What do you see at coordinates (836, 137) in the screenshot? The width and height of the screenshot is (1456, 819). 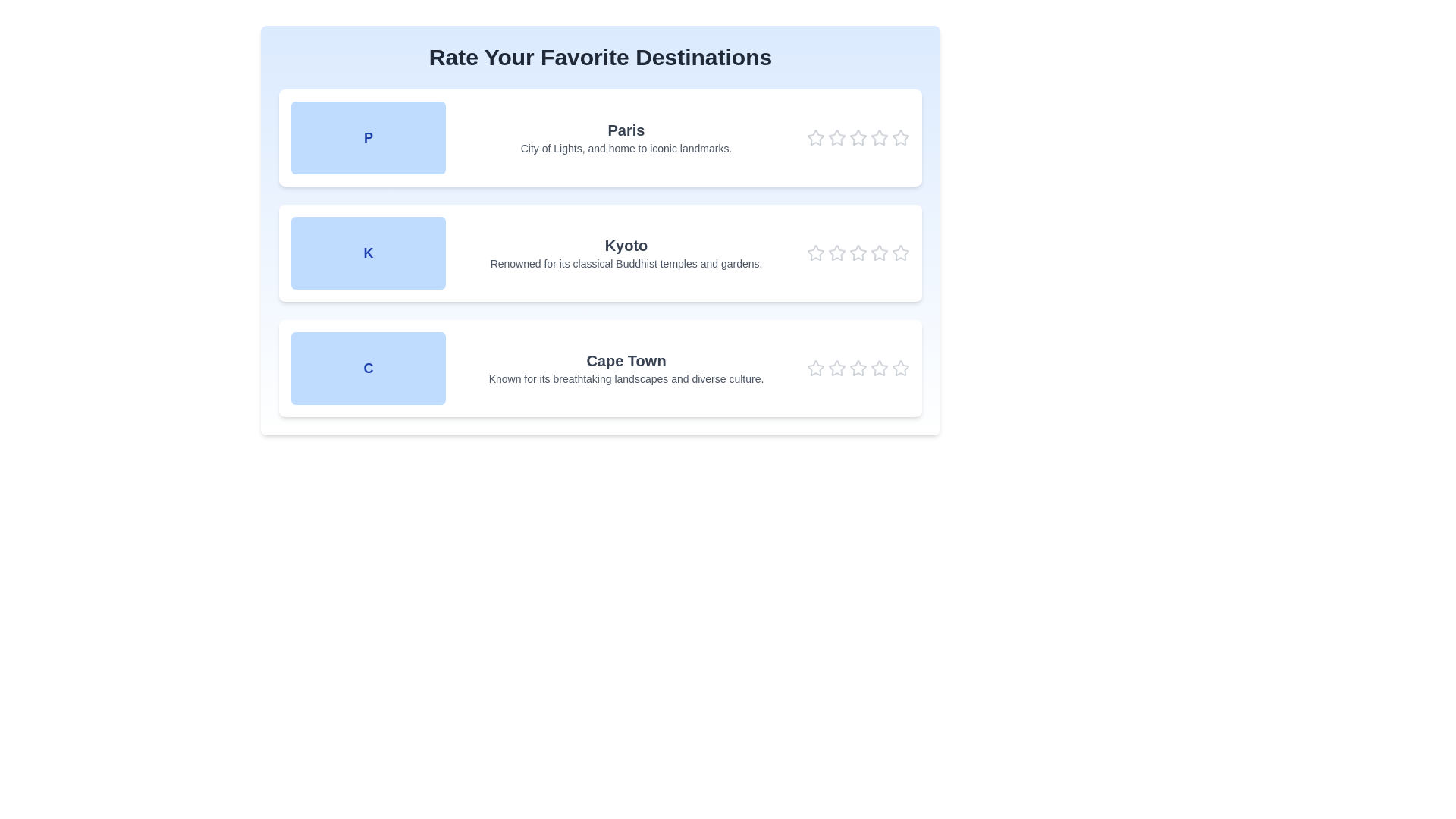 I see `the second star icon in the rating interface for the 'Paris' destination card` at bounding box center [836, 137].